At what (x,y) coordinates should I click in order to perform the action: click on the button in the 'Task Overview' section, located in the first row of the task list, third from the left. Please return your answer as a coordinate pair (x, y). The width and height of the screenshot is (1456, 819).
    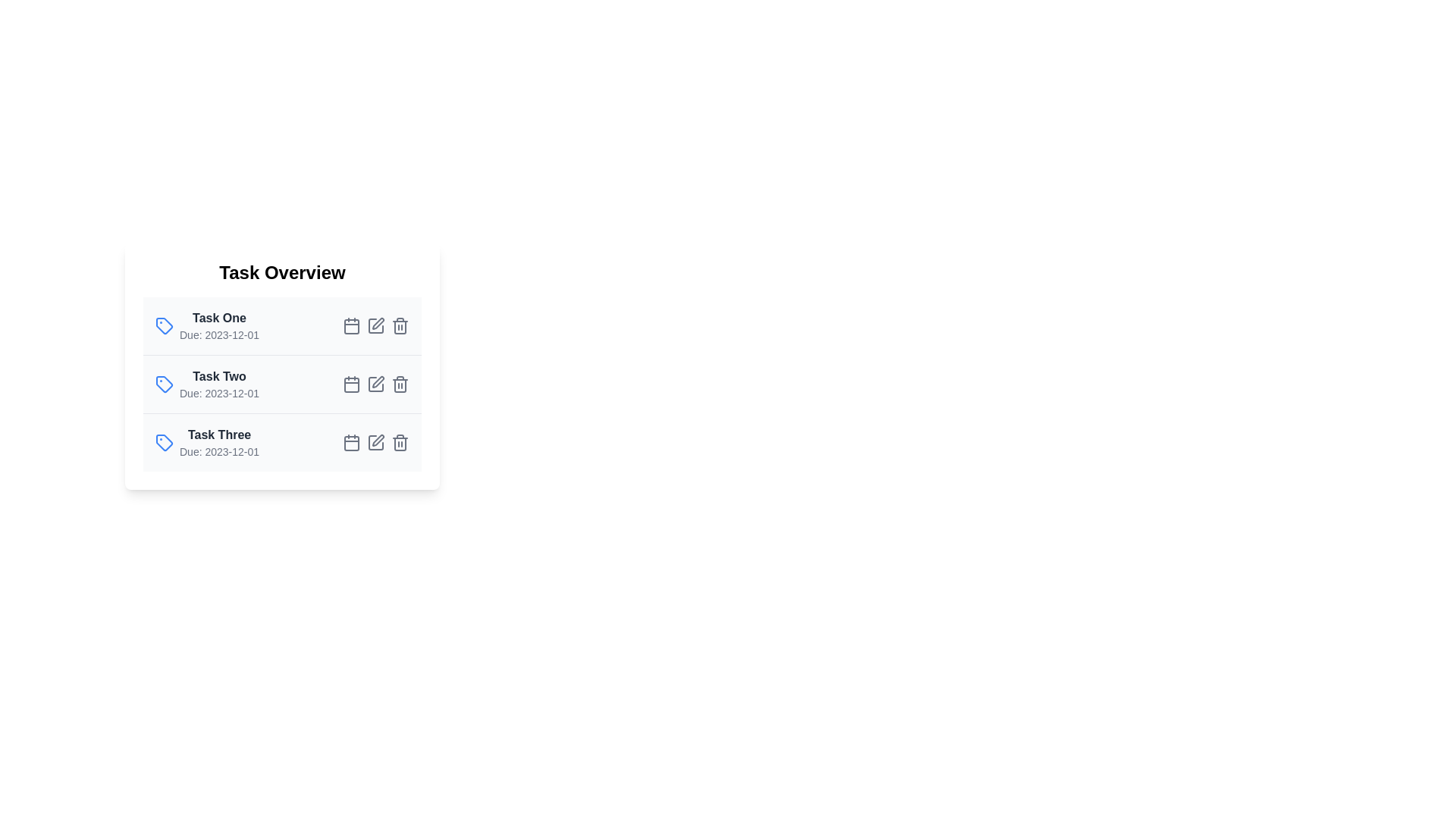
    Looking at the image, I should click on (351, 325).